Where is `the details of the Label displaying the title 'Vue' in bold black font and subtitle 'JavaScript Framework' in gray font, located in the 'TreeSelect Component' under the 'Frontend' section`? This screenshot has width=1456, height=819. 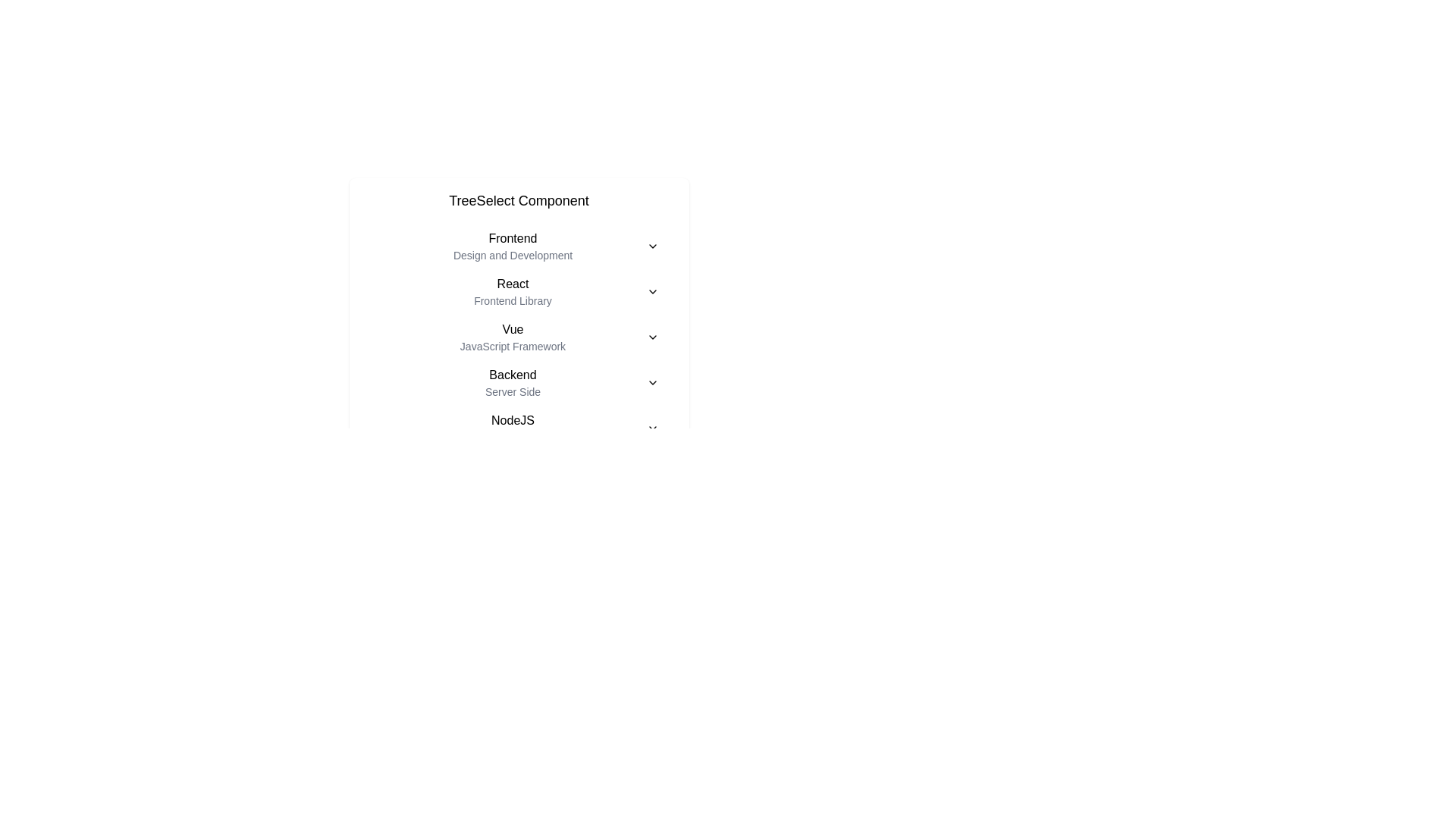
the details of the Label displaying the title 'Vue' in bold black font and subtitle 'JavaScript Framework' in gray font, located in the 'TreeSelect Component' under the 'Frontend' section is located at coordinates (513, 336).